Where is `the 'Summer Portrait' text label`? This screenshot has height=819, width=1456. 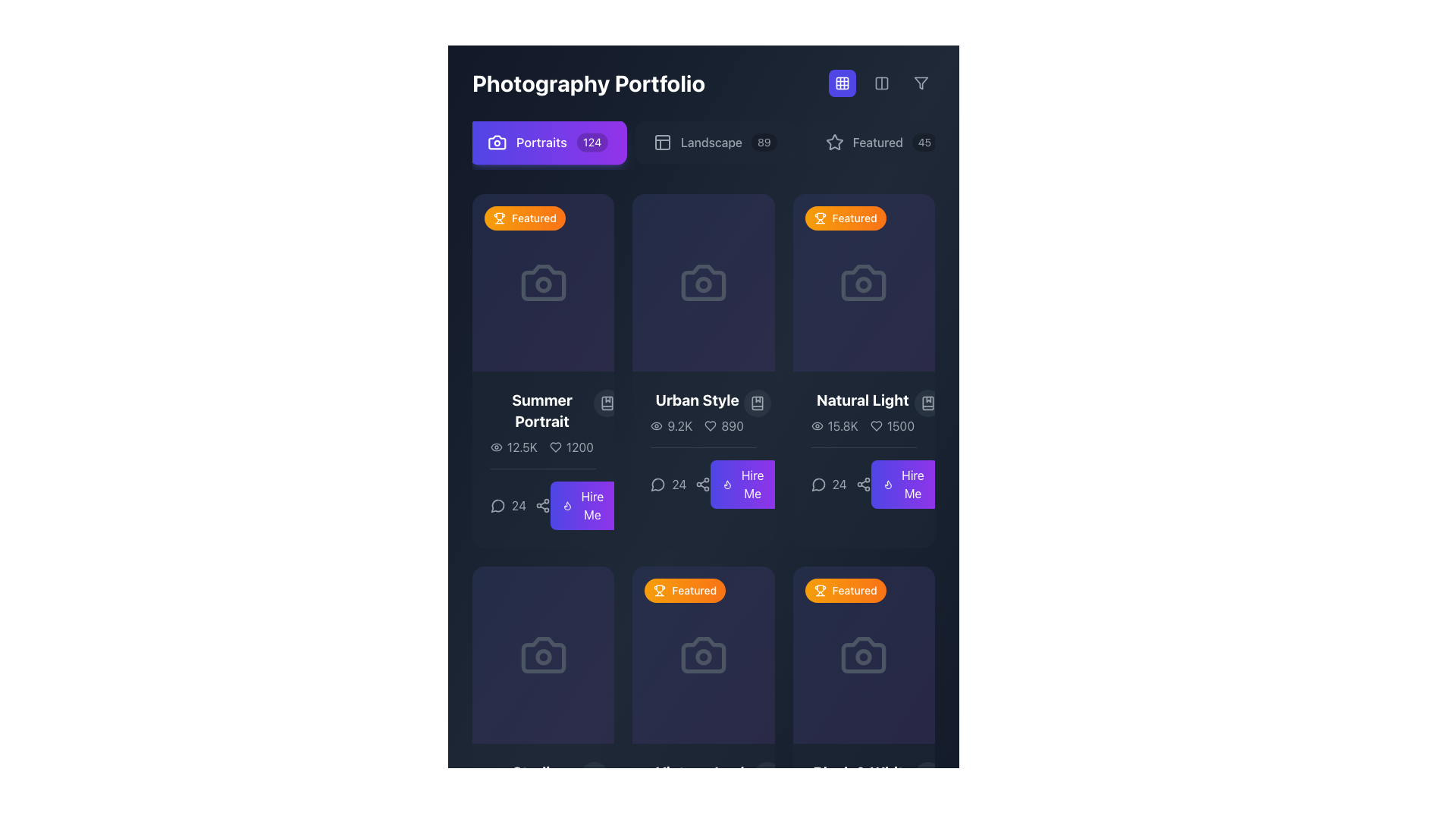 the 'Summer Portrait' text label is located at coordinates (542, 423).